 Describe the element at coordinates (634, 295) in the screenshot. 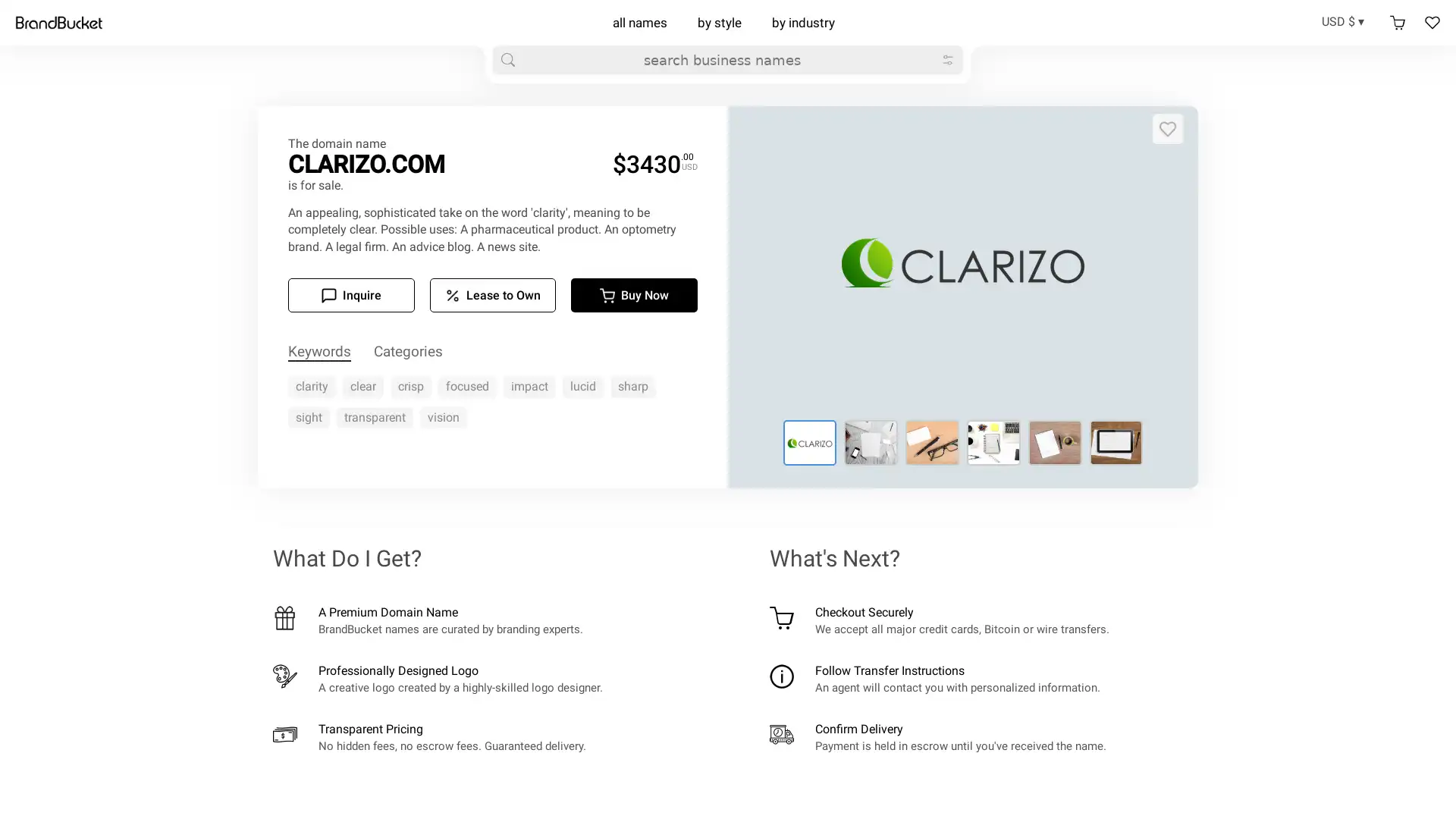

I see `Buy now Buy Now` at that location.